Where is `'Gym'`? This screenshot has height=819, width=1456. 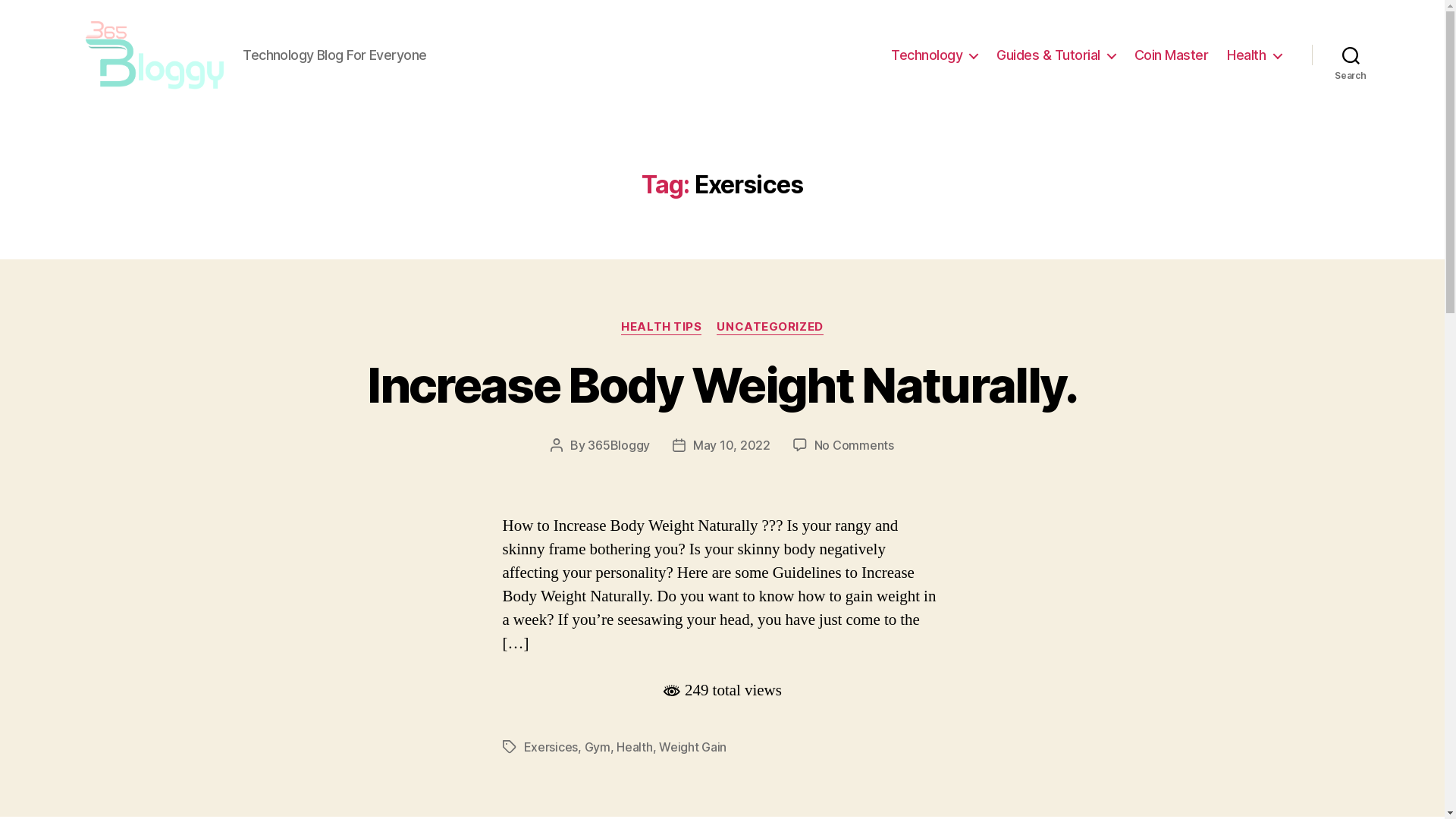 'Gym' is located at coordinates (596, 745).